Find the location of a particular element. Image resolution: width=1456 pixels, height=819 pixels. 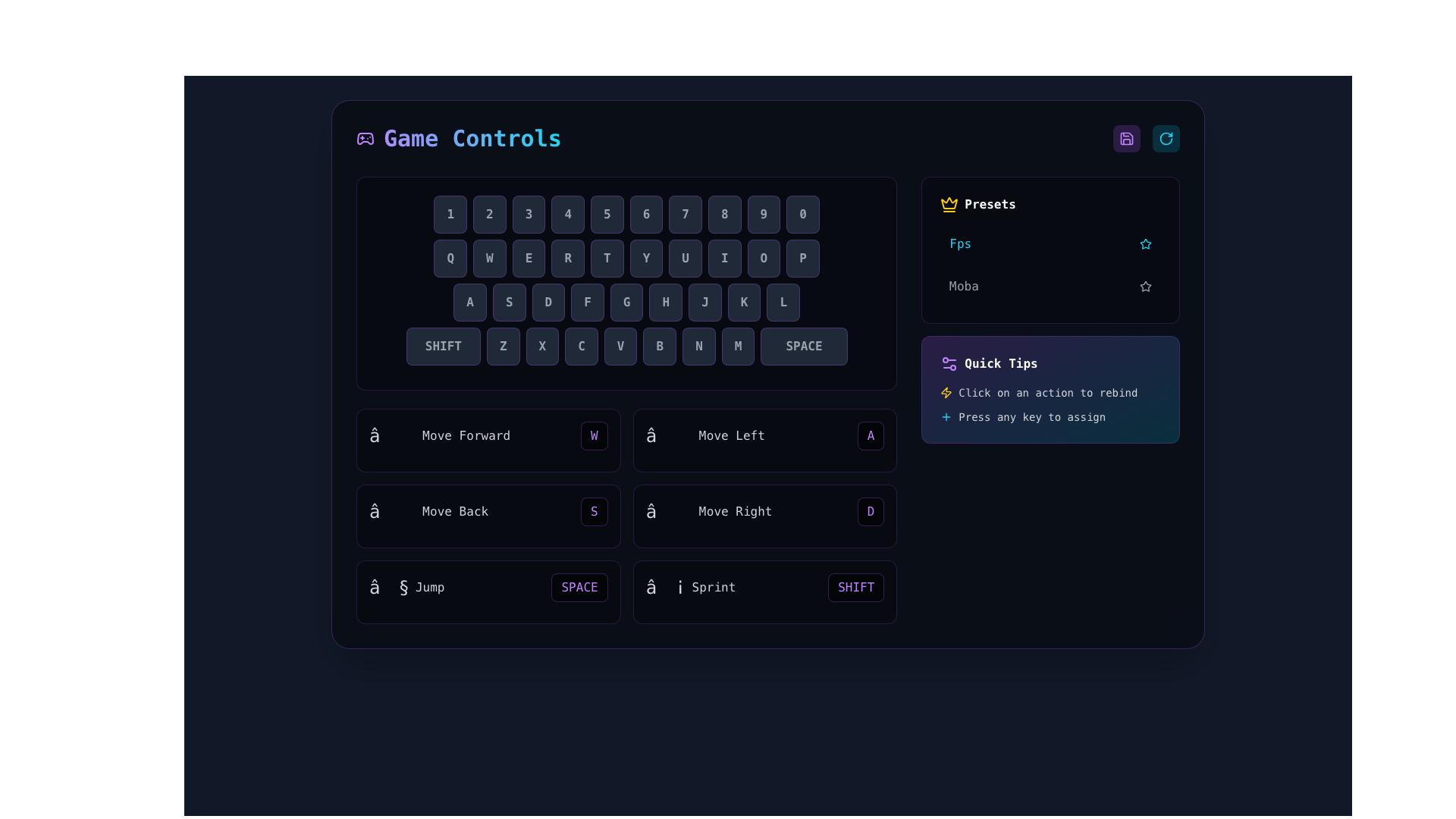

the control panel containing the save and reset buttons located in the top-right corner of the interface is located at coordinates (1147, 138).